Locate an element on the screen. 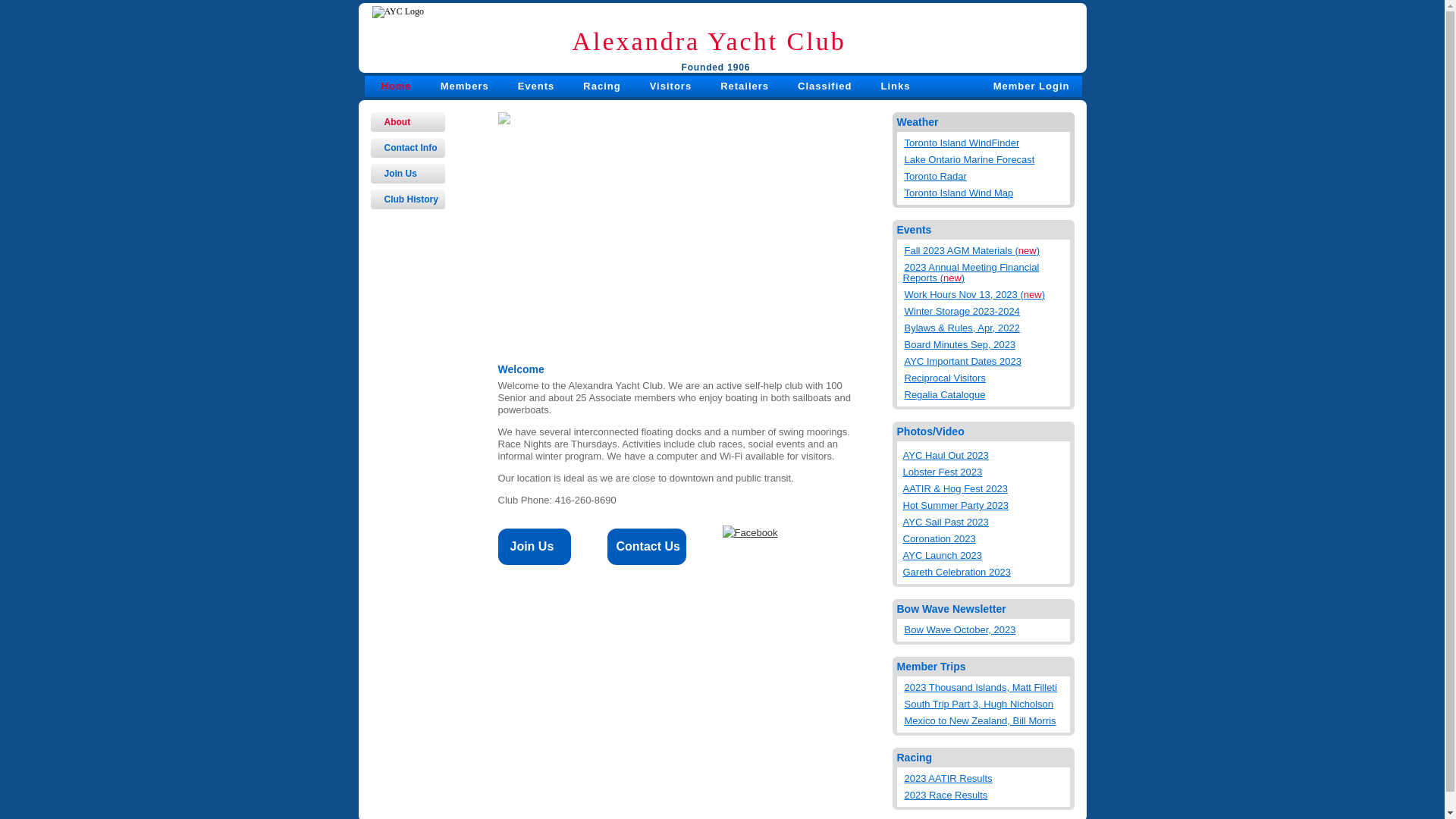 The width and height of the screenshot is (1456, 819). 'Toronto Island WindFinder' is located at coordinates (986, 140).